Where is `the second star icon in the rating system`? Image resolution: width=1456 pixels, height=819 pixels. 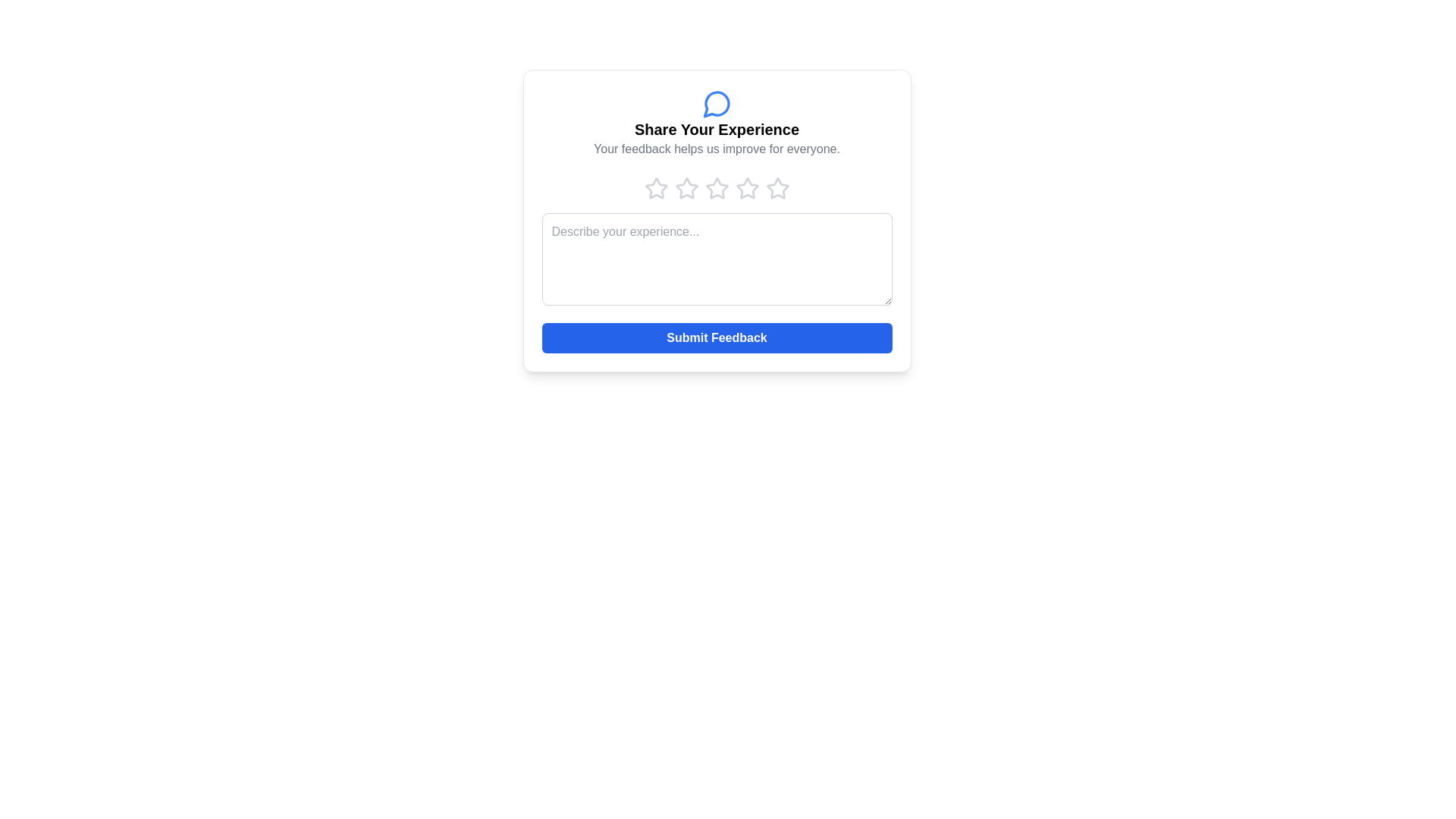 the second star icon in the rating system is located at coordinates (686, 187).